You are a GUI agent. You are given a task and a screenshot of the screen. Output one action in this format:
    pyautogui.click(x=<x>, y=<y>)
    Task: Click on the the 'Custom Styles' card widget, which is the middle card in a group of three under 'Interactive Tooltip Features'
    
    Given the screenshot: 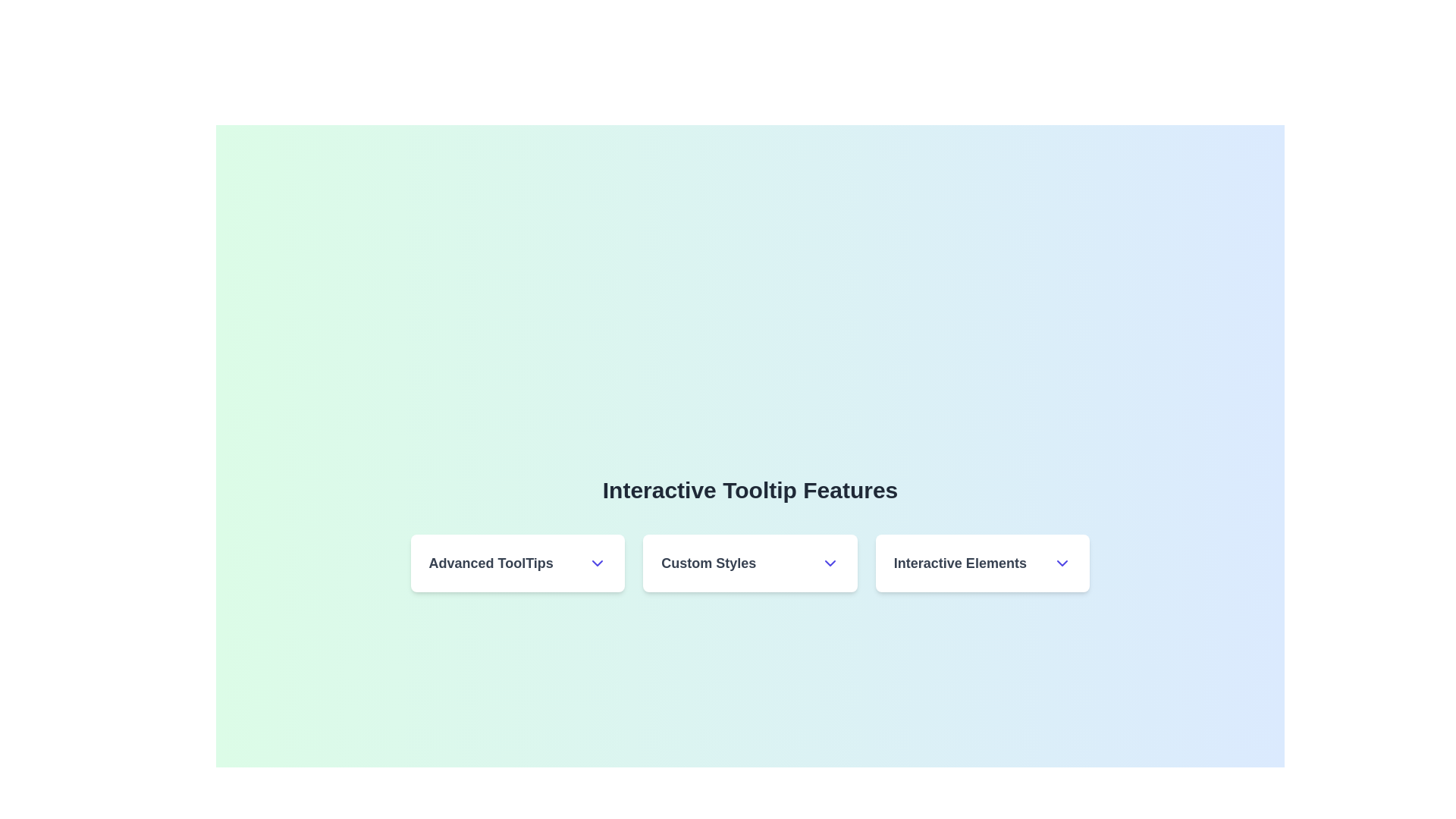 What is the action you would take?
    pyautogui.click(x=750, y=563)
    